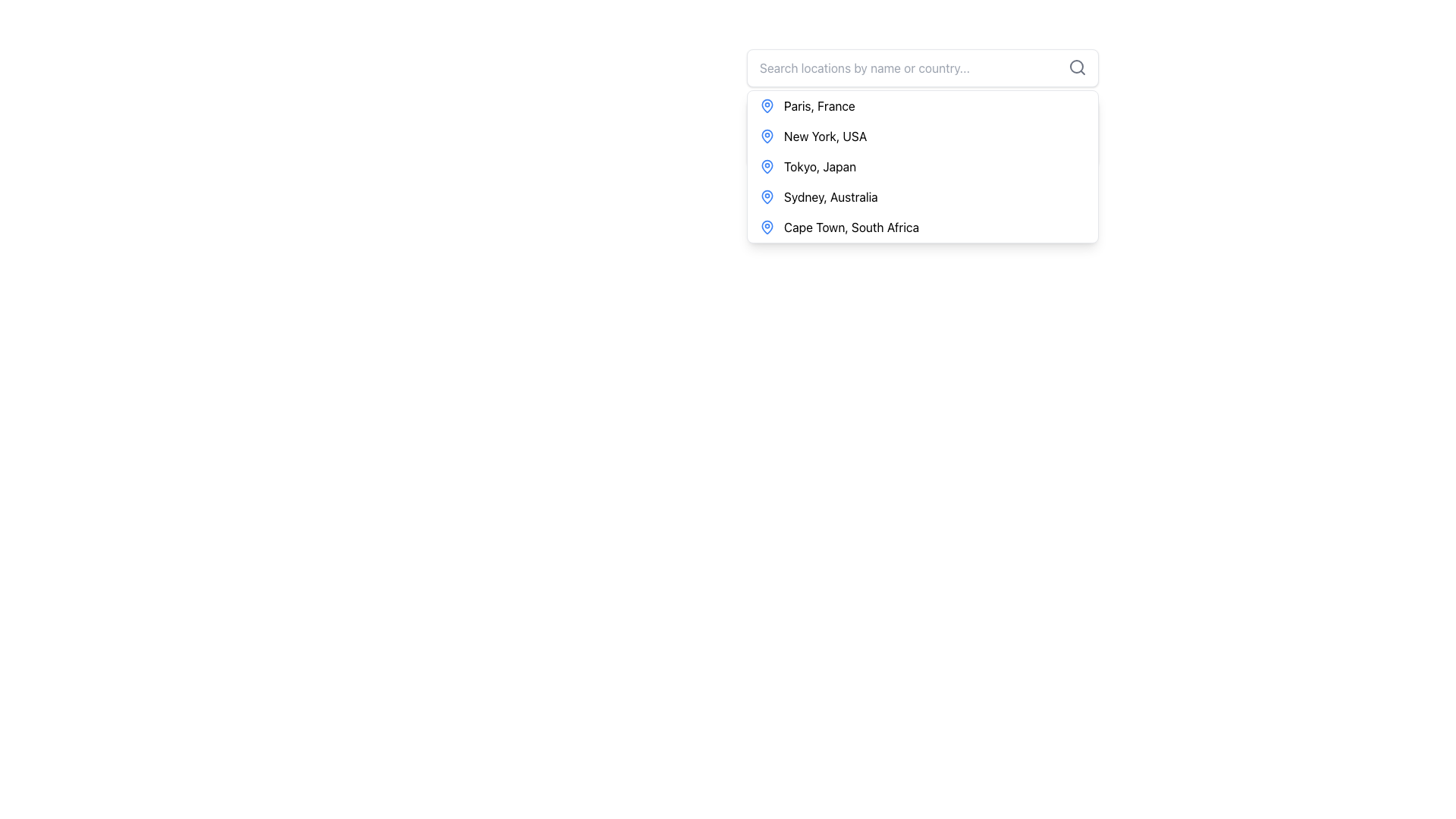  What do you see at coordinates (767, 136) in the screenshot?
I see `the blue map pin icon located to the left of the 'New York, USA' text` at bounding box center [767, 136].